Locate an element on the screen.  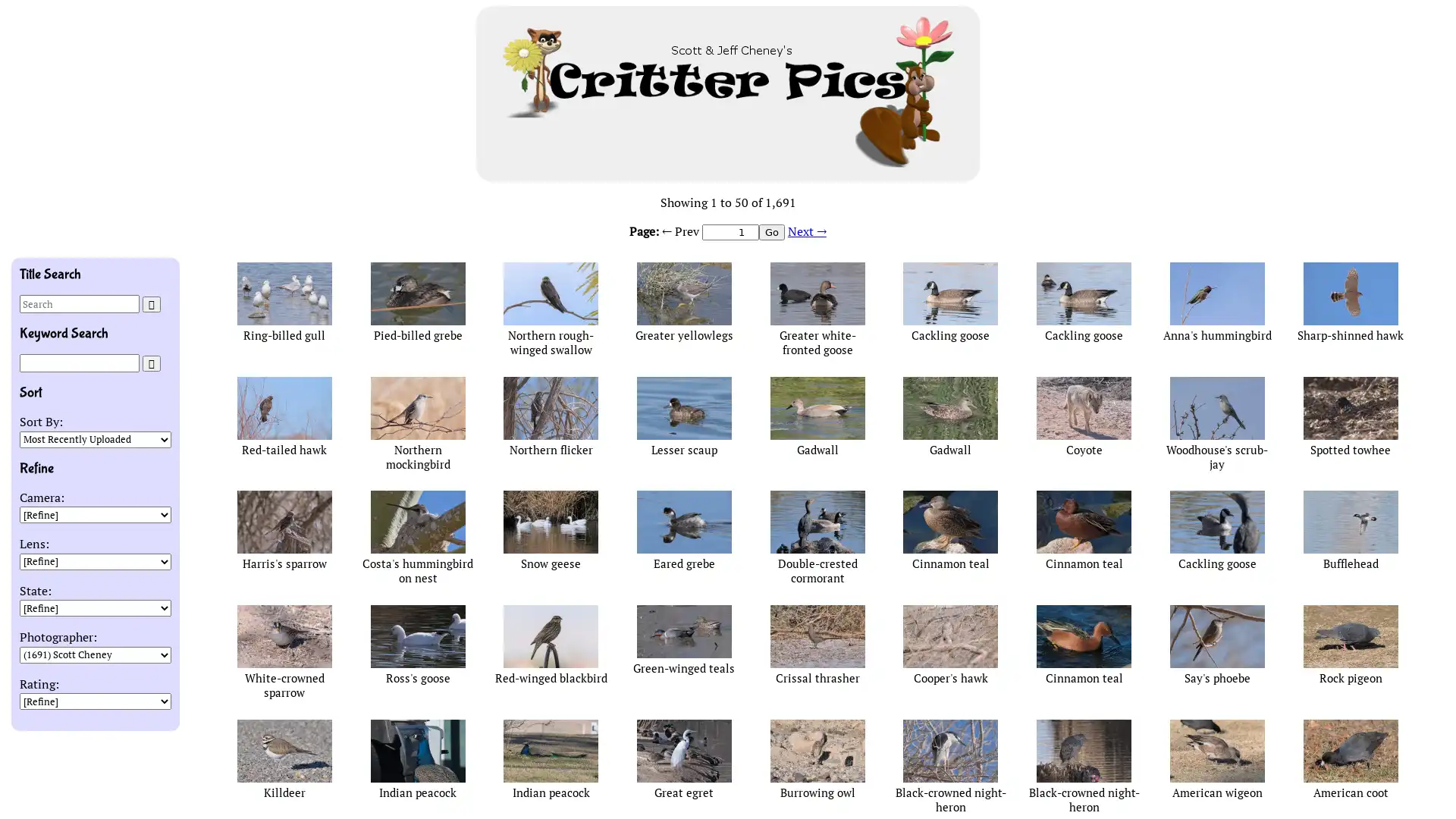
Go is located at coordinates (771, 232).